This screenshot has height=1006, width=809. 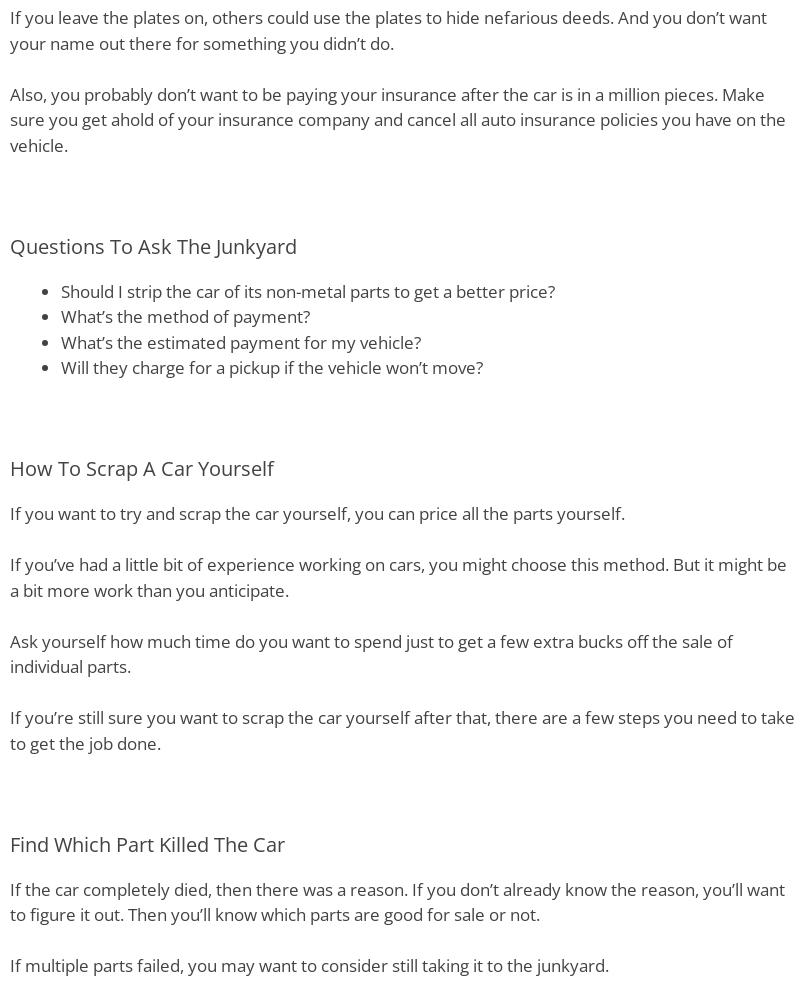 What do you see at coordinates (10, 887) in the screenshot?
I see `'If the car completely died, then there was a reason.'` at bounding box center [10, 887].